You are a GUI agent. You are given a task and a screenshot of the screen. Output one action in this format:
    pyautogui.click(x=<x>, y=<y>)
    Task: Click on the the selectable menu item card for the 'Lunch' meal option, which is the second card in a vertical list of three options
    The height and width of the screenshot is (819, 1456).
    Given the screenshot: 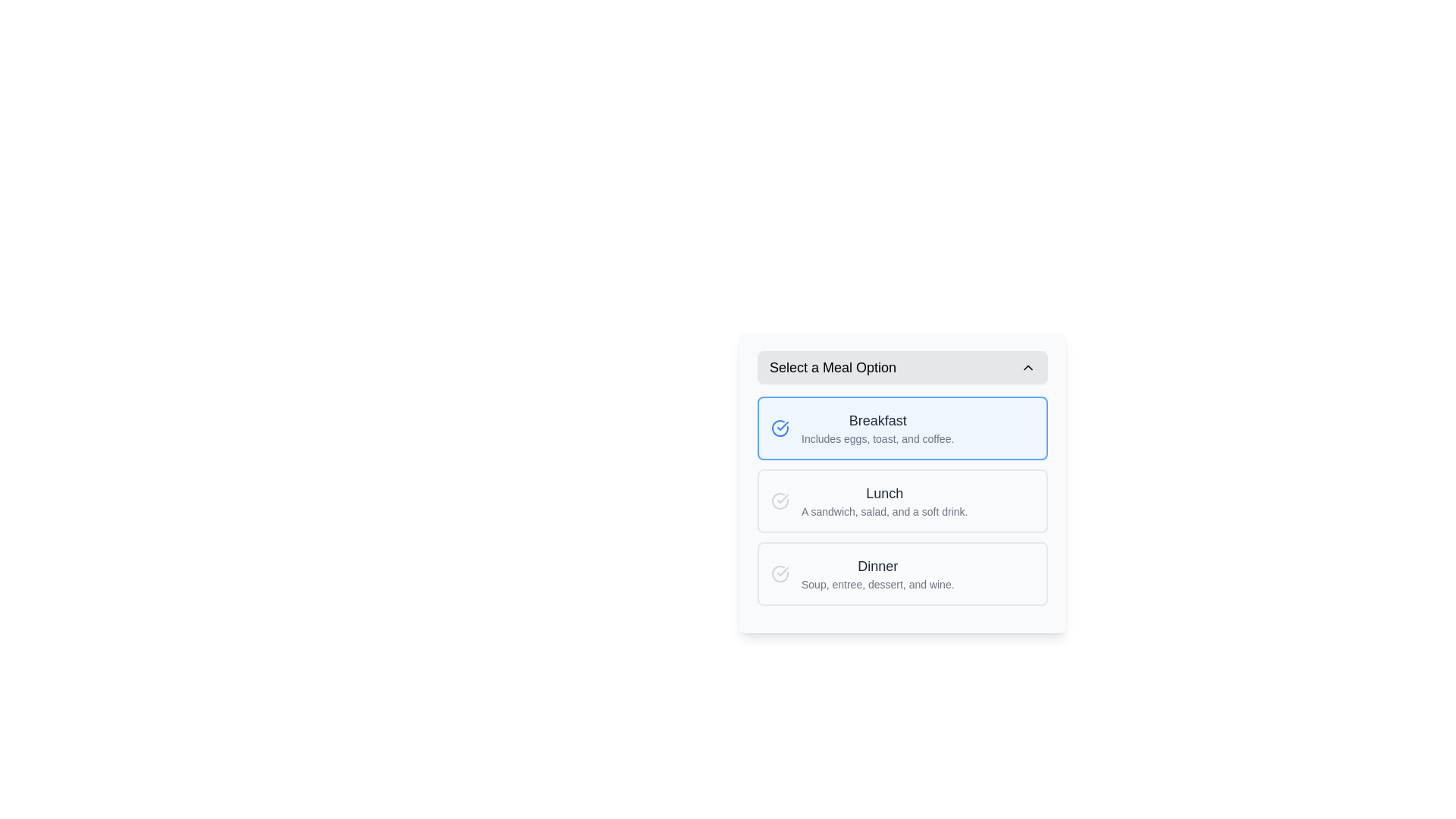 What is the action you would take?
    pyautogui.click(x=902, y=482)
    